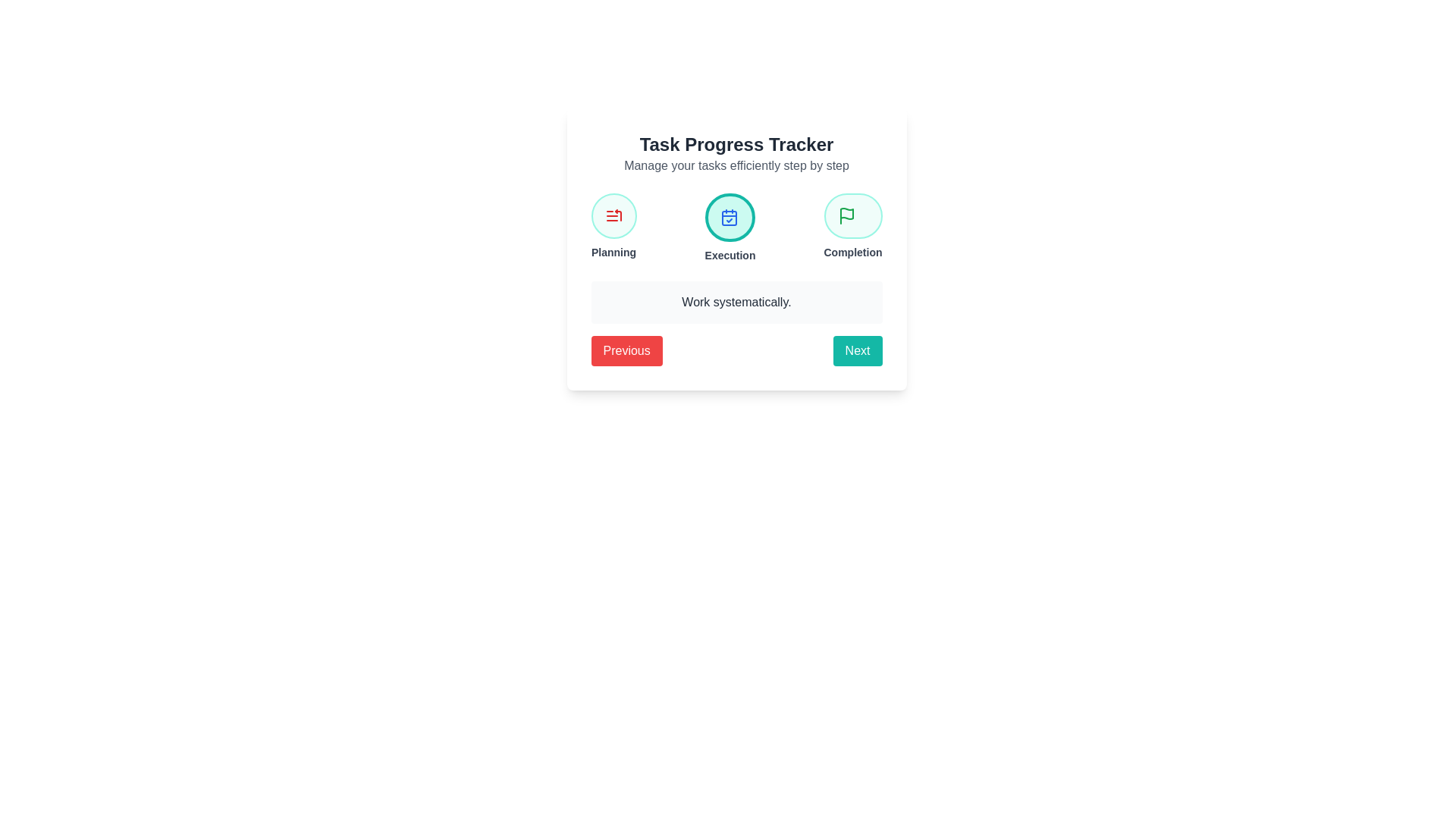  Describe the element at coordinates (858, 350) in the screenshot. I see `the Next button to navigate between steps` at that location.